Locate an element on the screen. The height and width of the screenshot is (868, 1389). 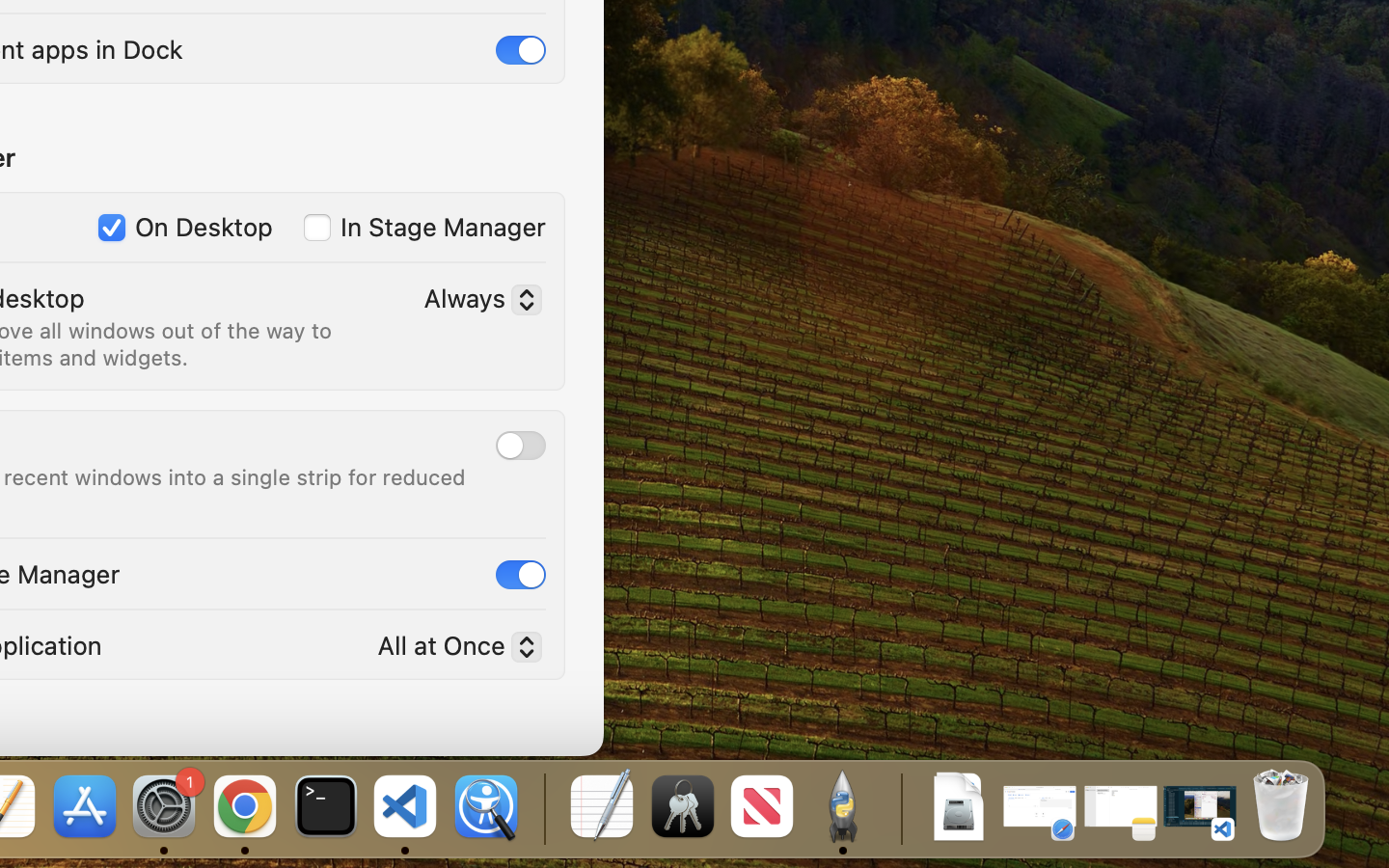
'Always' is located at coordinates (474, 301).